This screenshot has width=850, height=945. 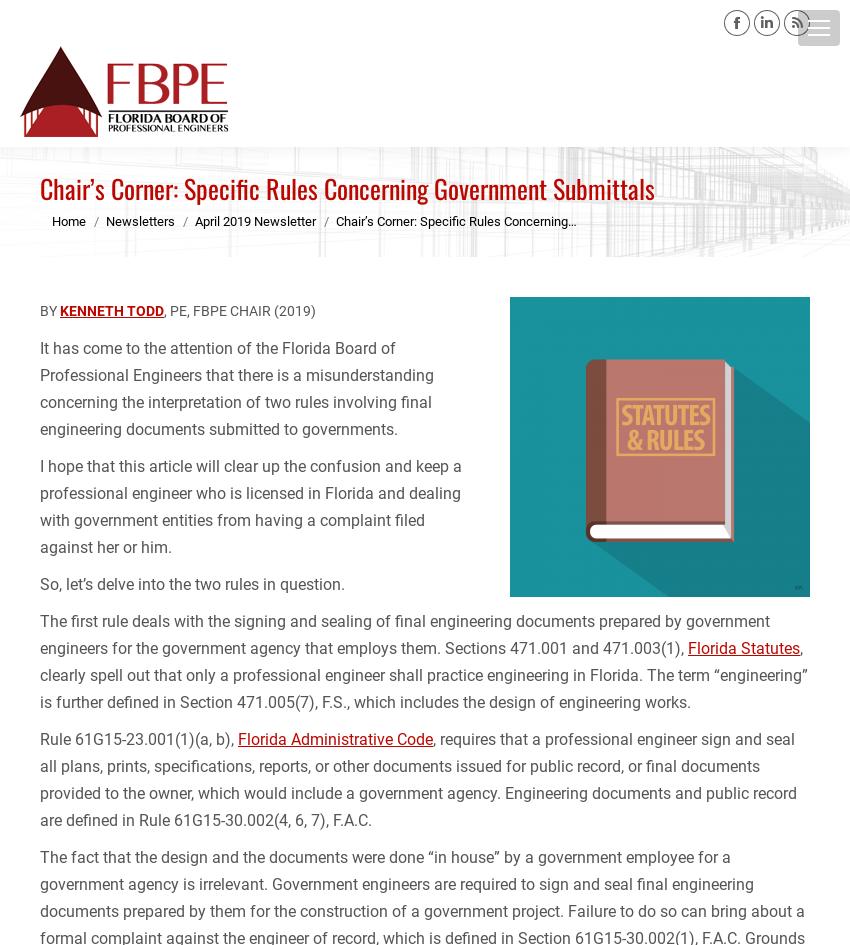 What do you see at coordinates (251, 505) in the screenshot?
I see `'I hope that this article will clear up the confusion and keep a professional engineer who is licensed in Florida and dealing with government entities from having a complaint filed against her or him.'` at bounding box center [251, 505].